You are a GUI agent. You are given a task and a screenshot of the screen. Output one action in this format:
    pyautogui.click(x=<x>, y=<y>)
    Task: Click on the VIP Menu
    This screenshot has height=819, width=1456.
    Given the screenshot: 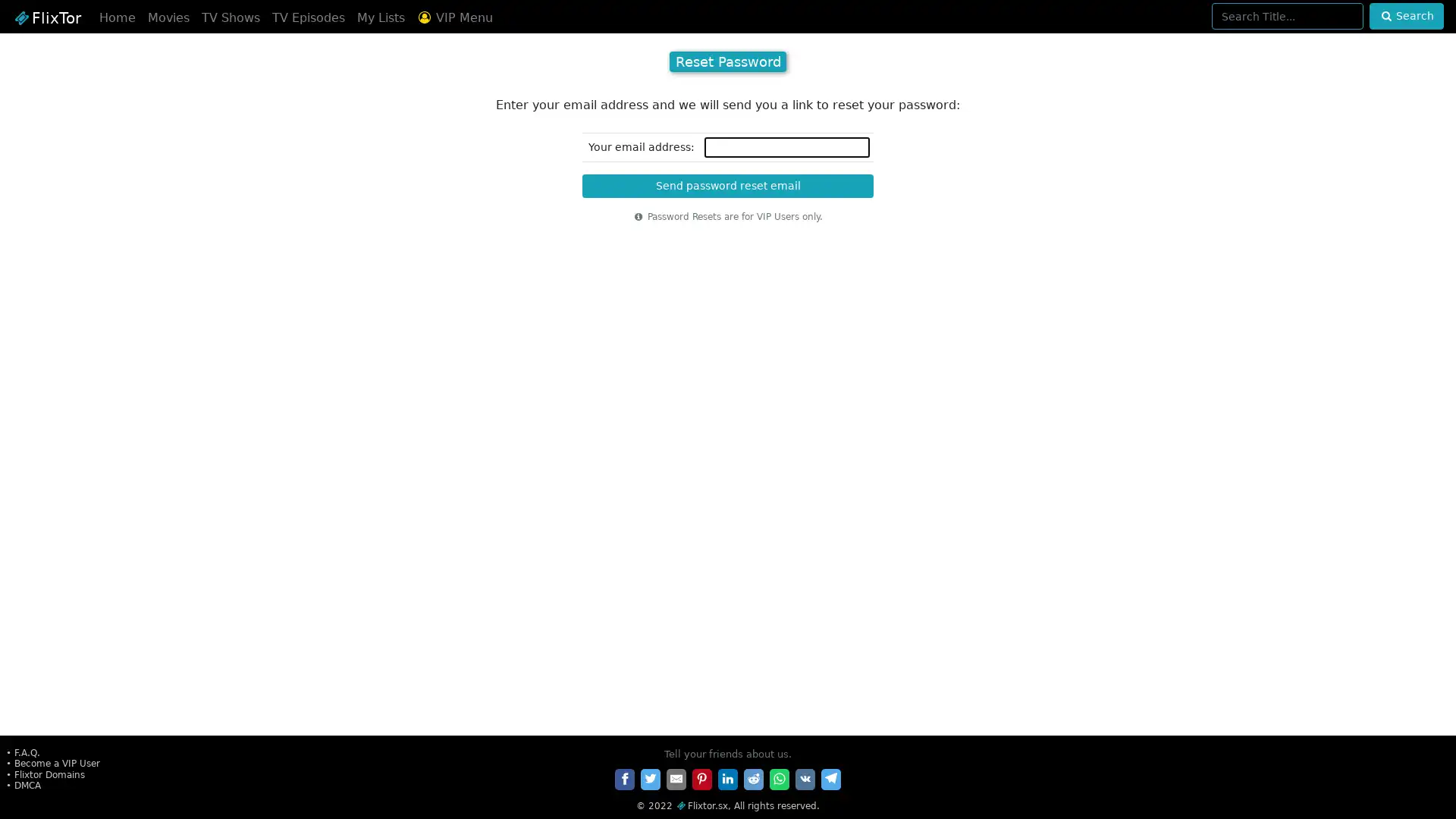 What is the action you would take?
    pyautogui.click(x=453, y=17)
    